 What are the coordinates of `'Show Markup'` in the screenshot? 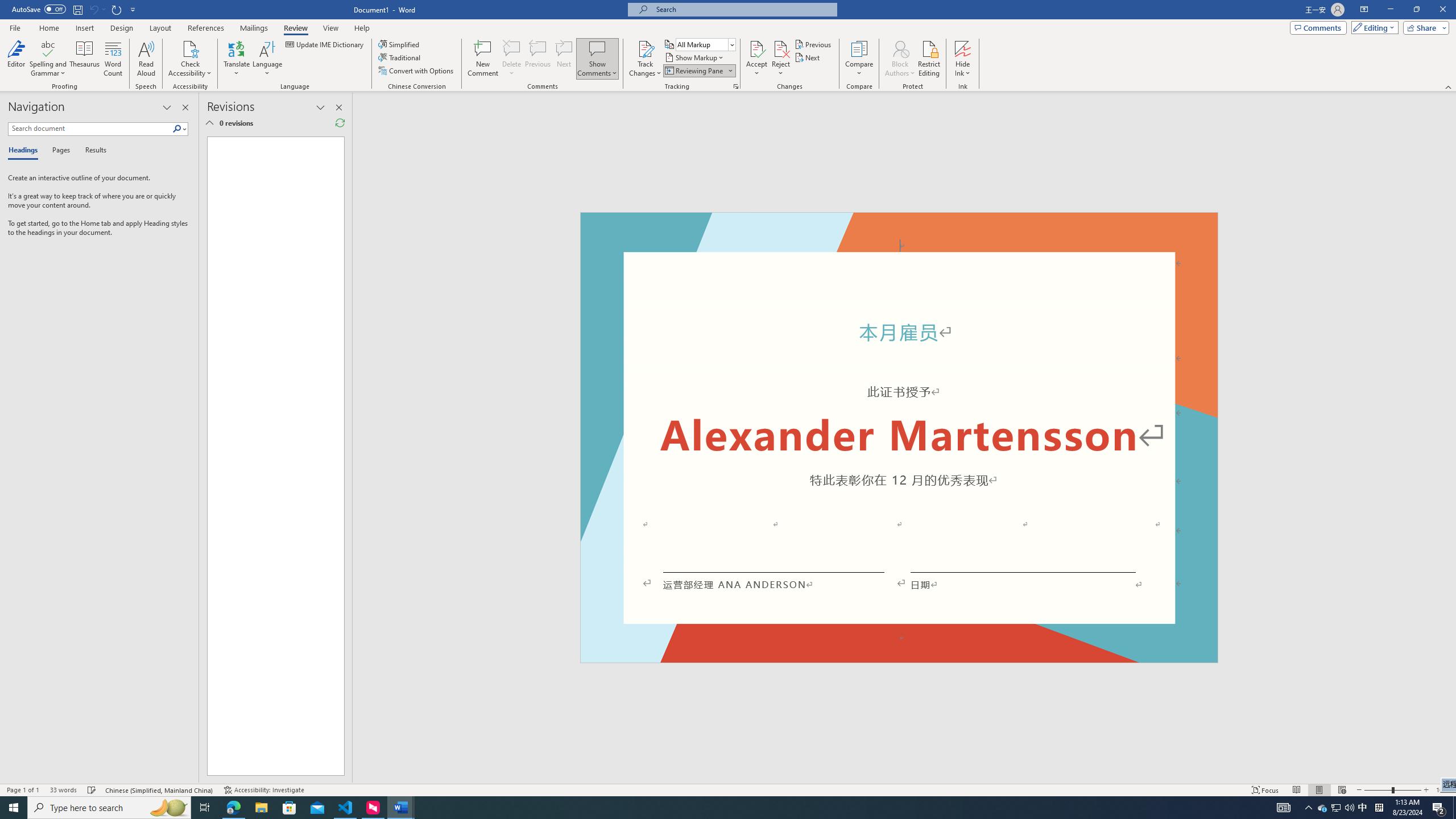 It's located at (695, 56).